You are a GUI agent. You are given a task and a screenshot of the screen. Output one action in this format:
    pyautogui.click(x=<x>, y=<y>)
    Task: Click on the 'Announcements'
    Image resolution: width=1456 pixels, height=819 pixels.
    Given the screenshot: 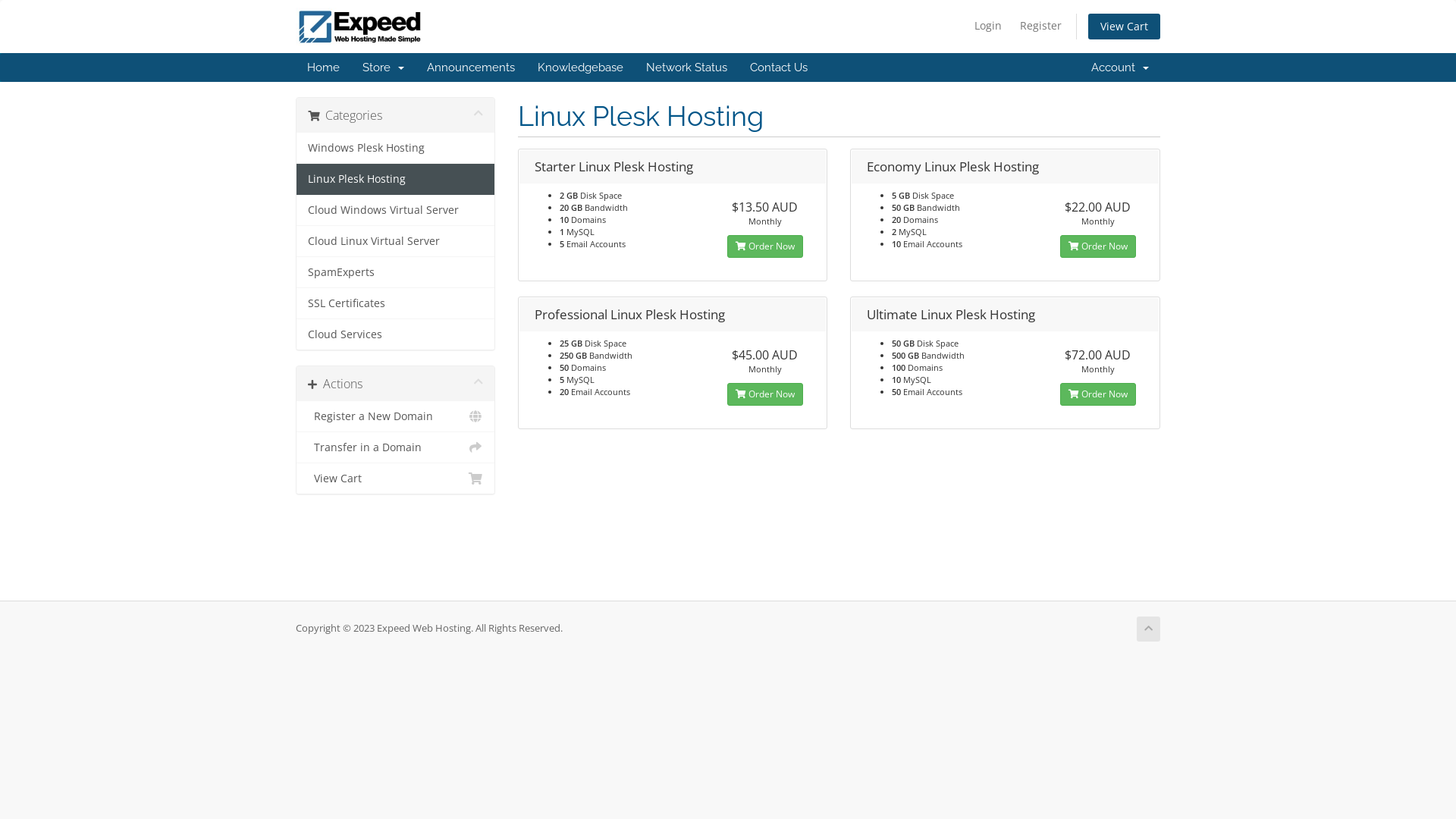 What is the action you would take?
    pyautogui.click(x=469, y=66)
    